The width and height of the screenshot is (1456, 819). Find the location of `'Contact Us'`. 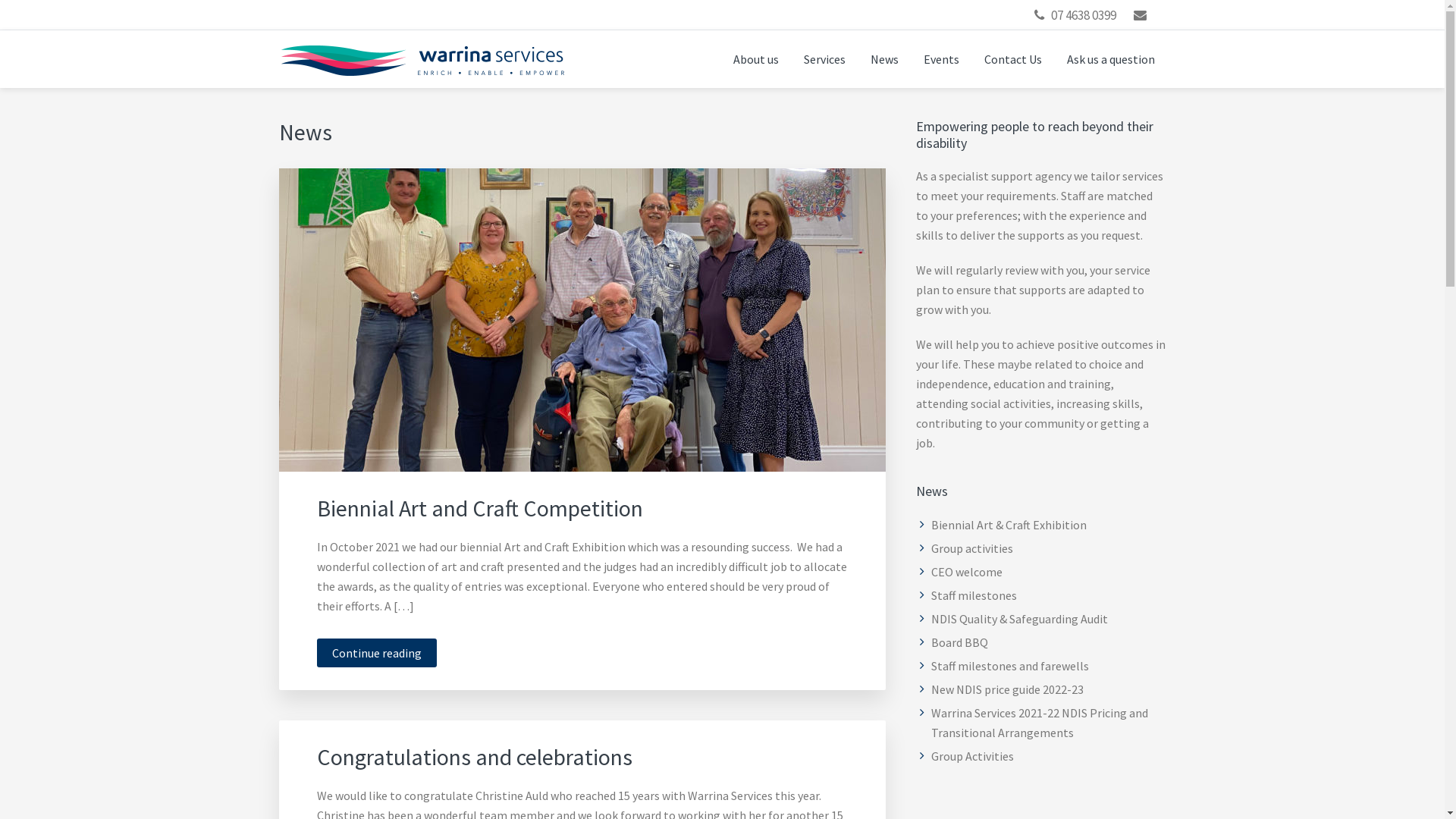

'Contact Us' is located at coordinates (971, 58).